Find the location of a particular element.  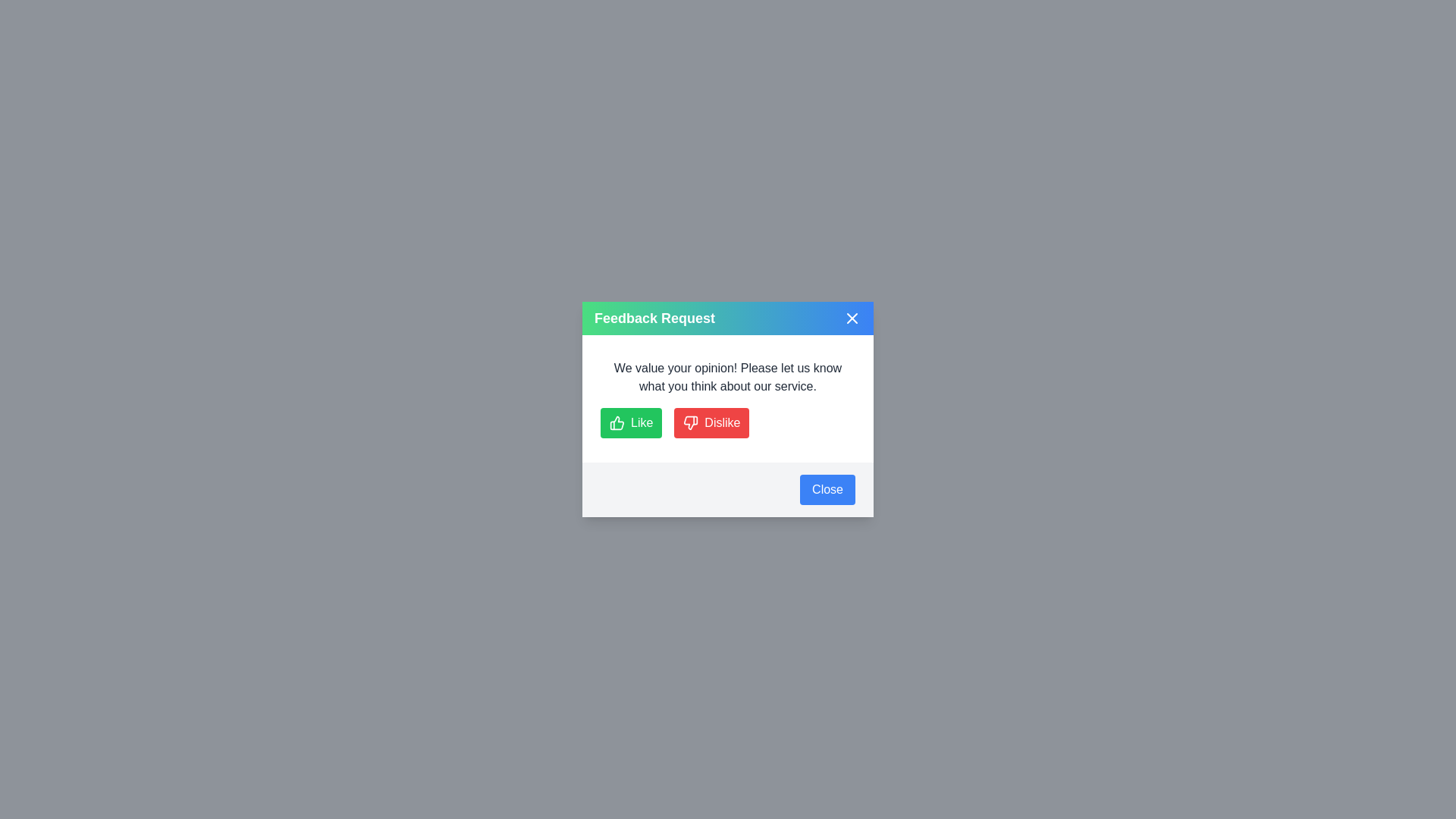

the 'Like' button to express positive feedback is located at coordinates (630, 423).